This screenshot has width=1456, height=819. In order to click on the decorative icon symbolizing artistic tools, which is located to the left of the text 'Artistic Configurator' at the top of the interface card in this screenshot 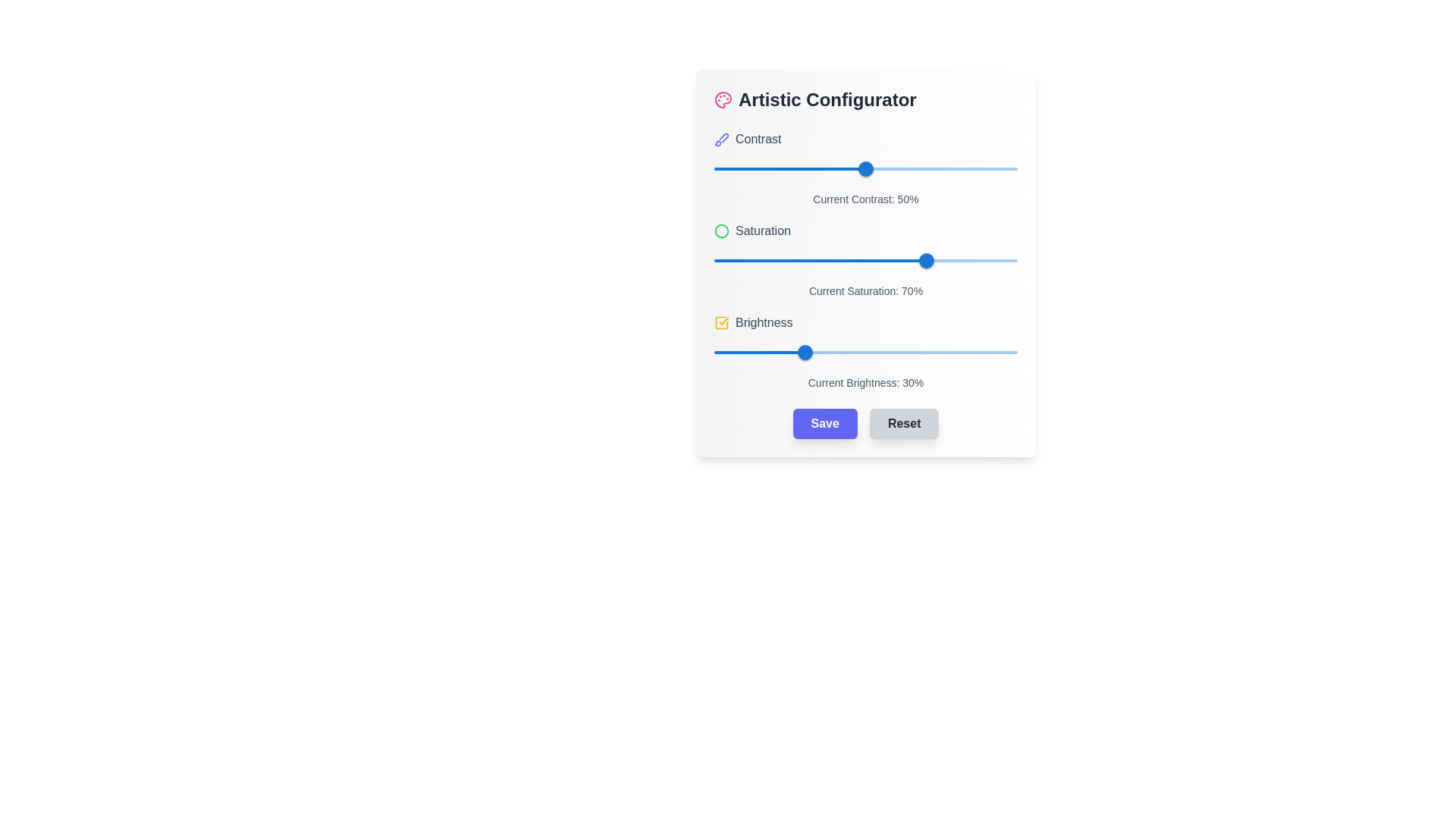, I will do `click(723, 99)`.